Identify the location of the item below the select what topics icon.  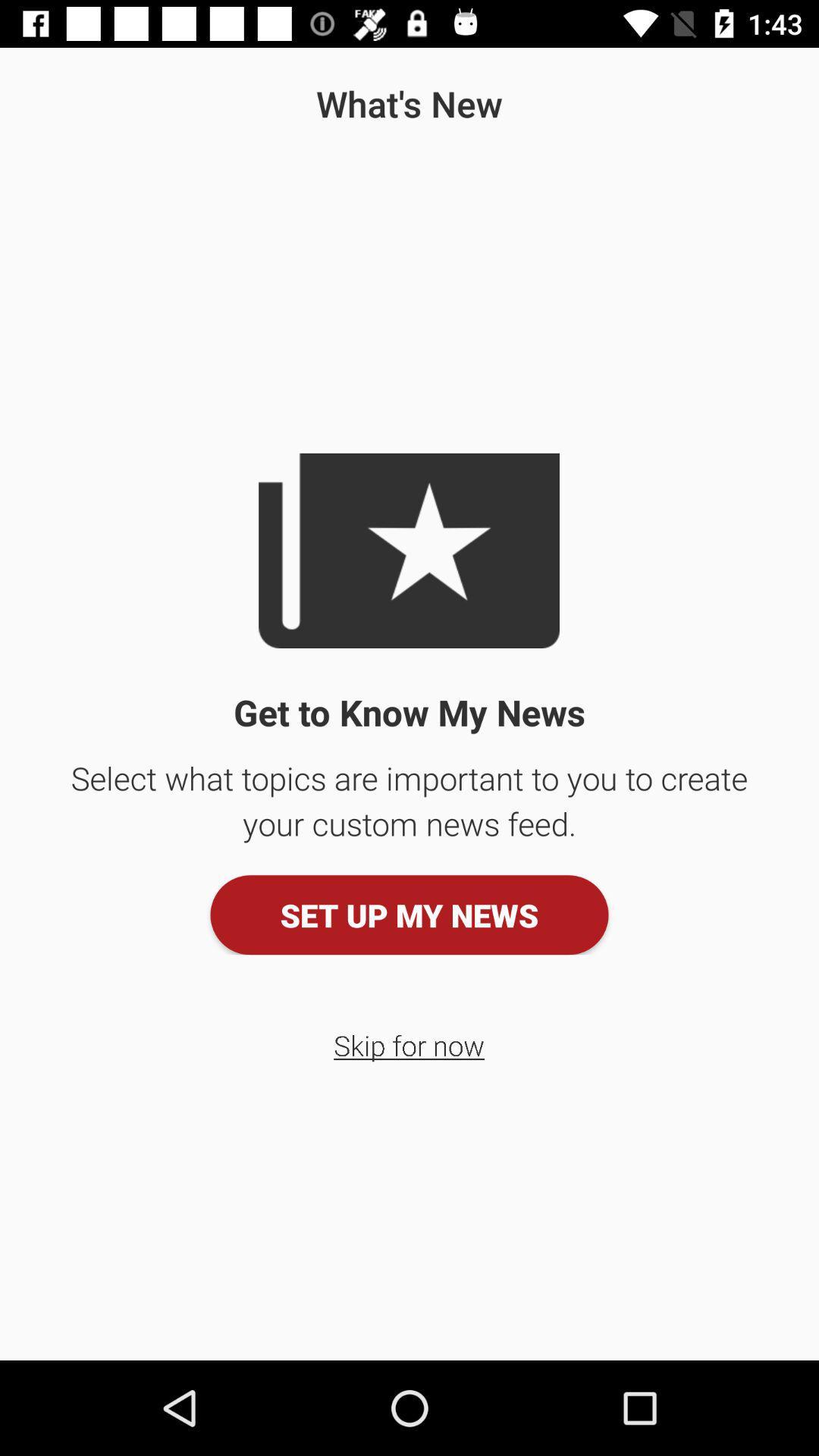
(409, 914).